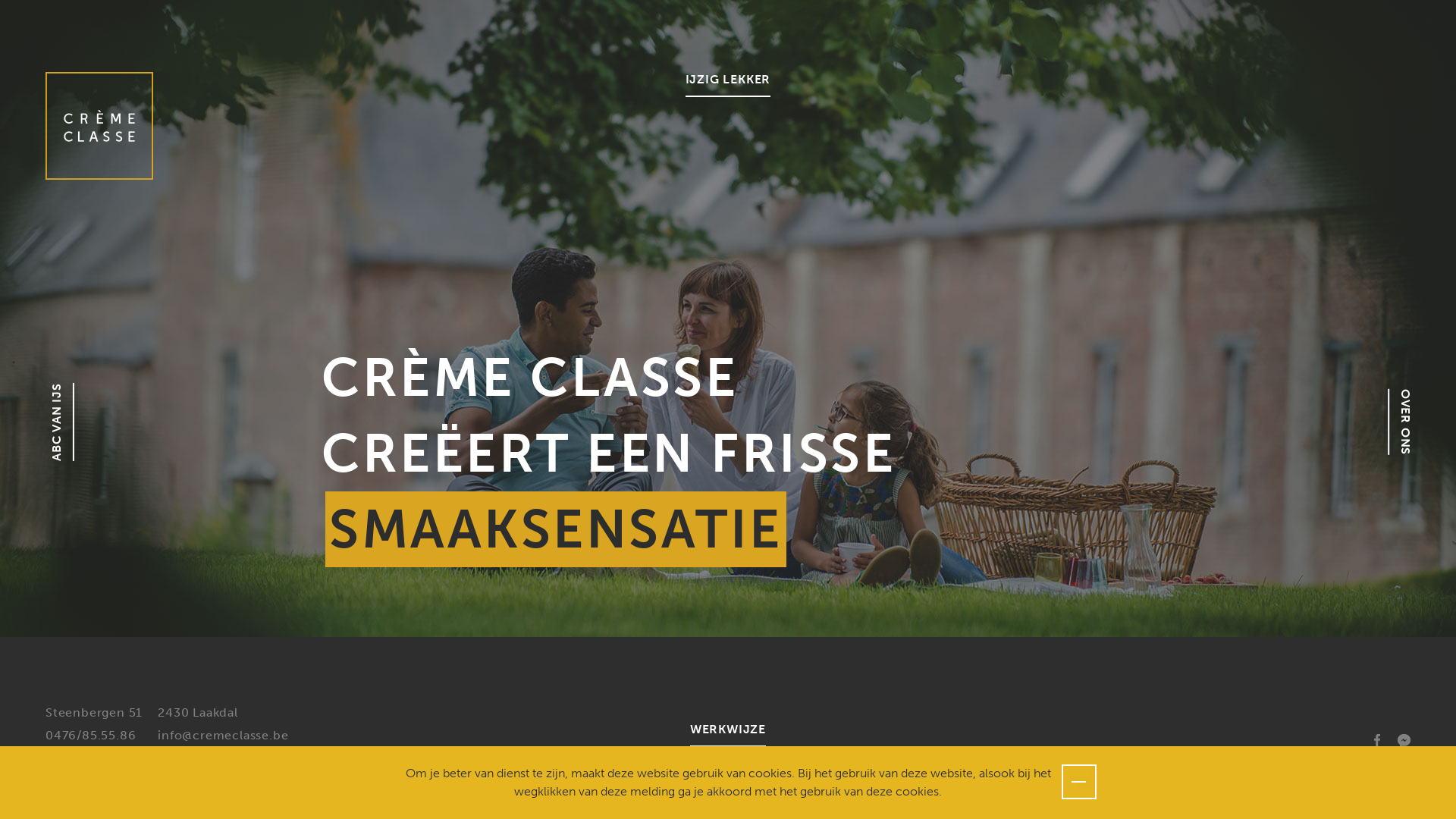  What do you see at coordinates (689, 733) in the screenshot?
I see `'WERKWIJZE'` at bounding box center [689, 733].